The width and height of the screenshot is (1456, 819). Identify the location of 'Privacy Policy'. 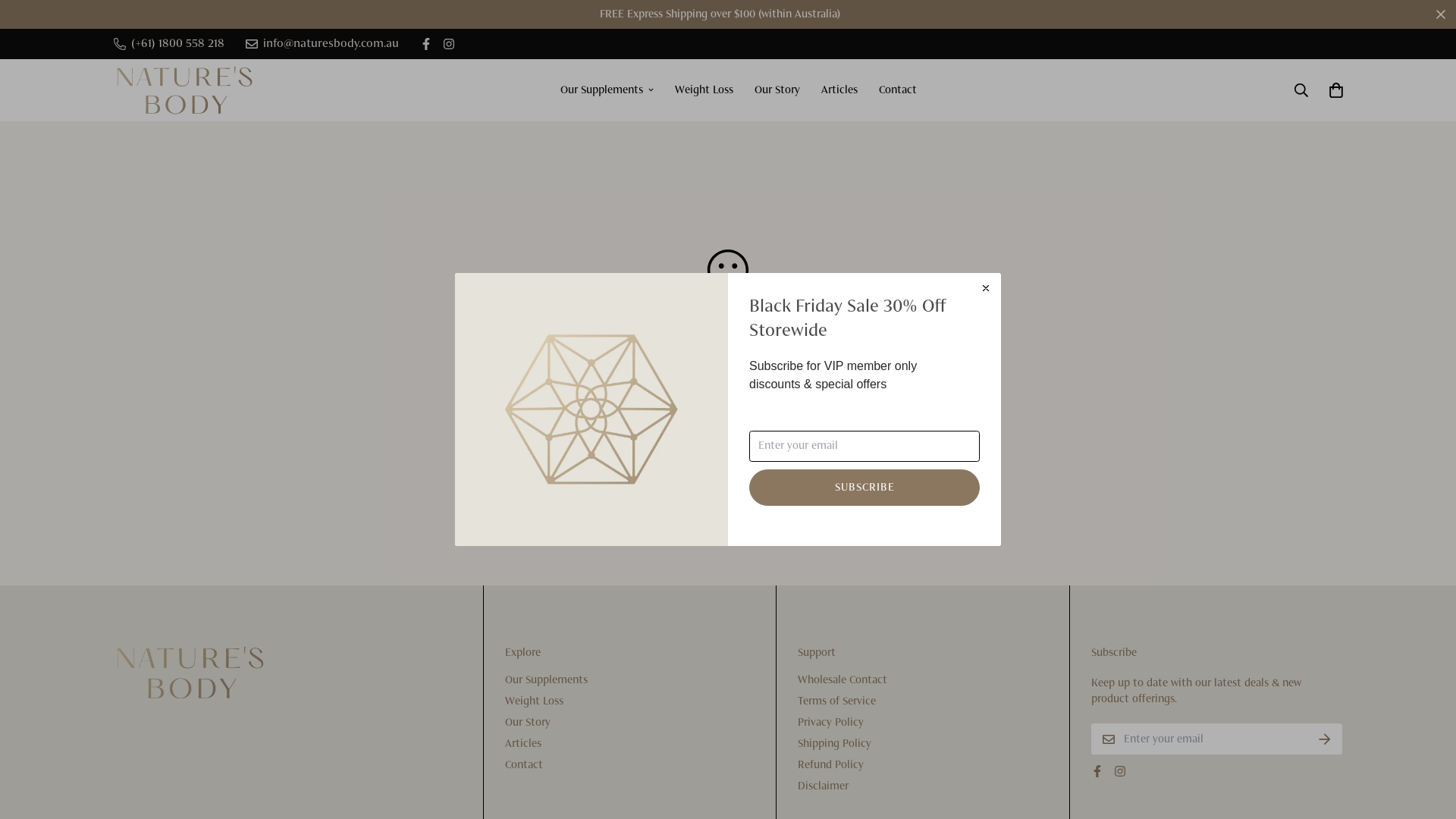
(796, 721).